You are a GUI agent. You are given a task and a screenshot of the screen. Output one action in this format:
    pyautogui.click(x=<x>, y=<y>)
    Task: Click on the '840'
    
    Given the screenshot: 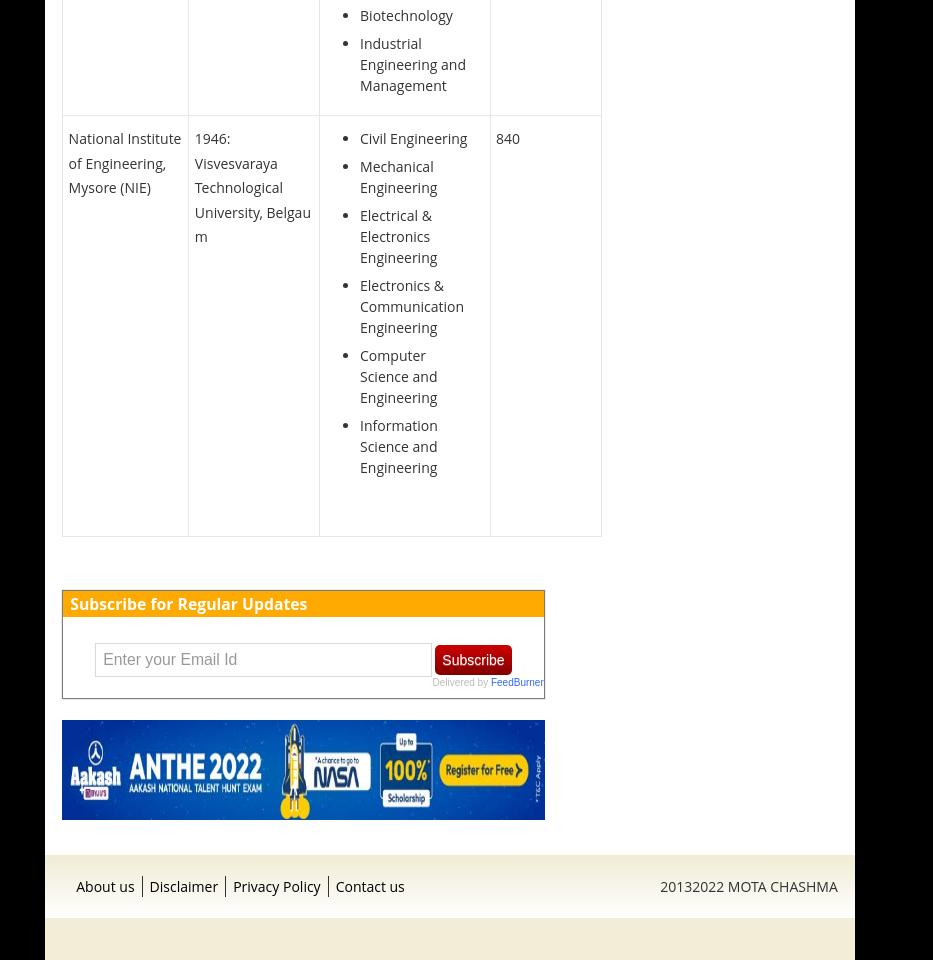 What is the action you would take?
    pyautogui.click(x=494, y=137)
    